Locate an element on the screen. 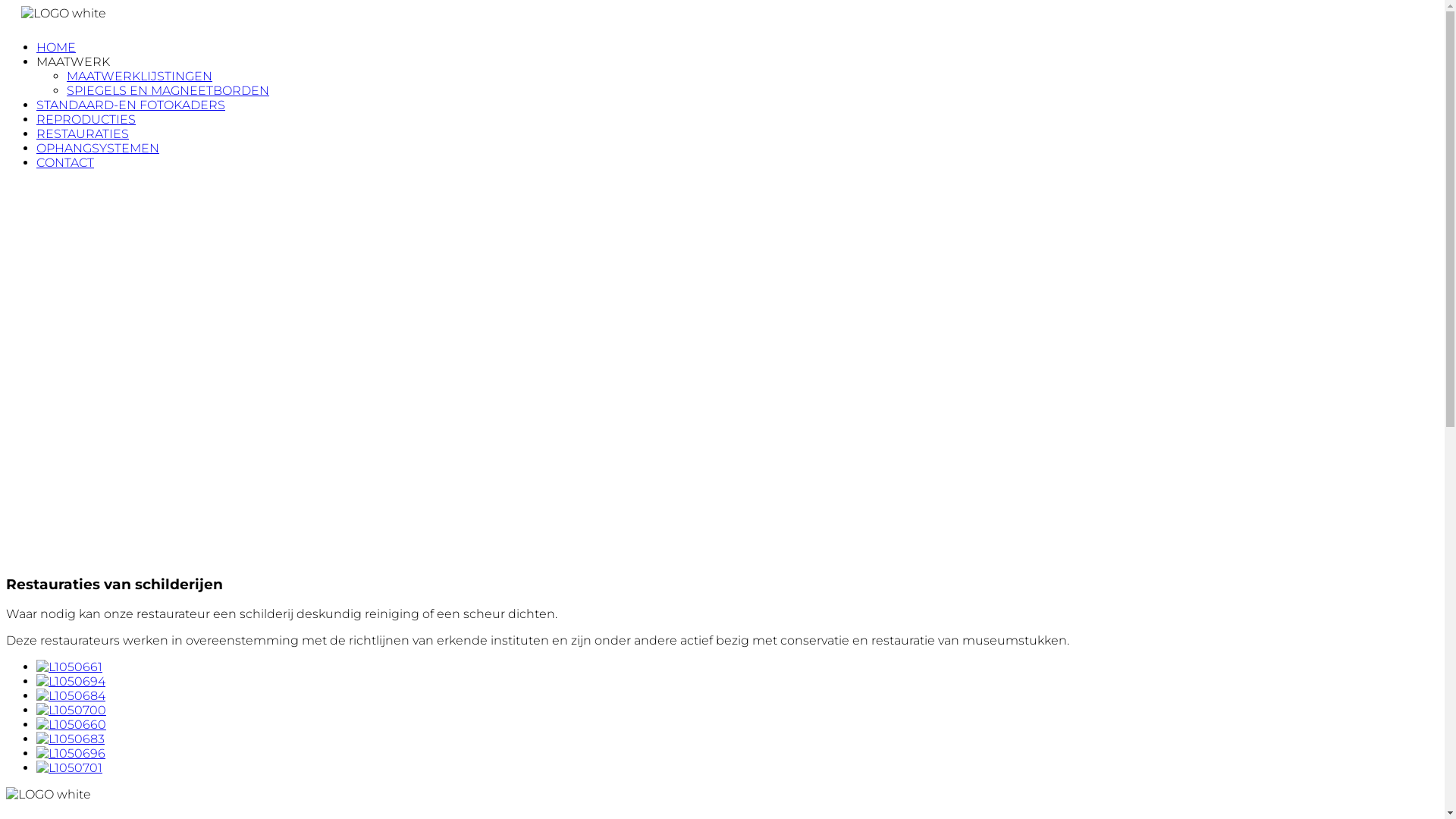 Image resolution: width=1456 pixels, height=819 pixels. 'L1050660' is located at coordinates (71, 723).